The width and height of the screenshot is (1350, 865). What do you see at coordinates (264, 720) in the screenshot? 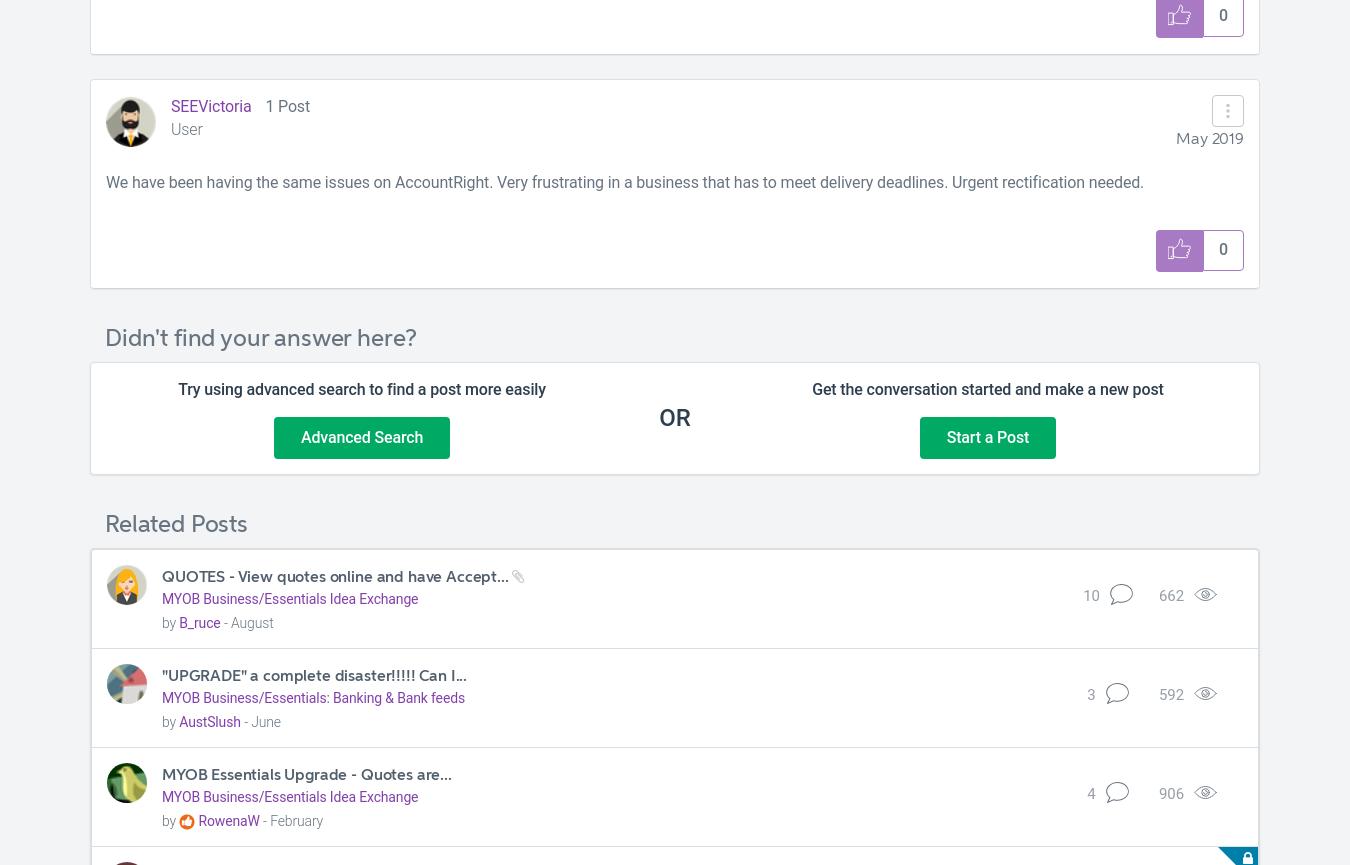
I see `'June'` at bounding box center [264, 720].